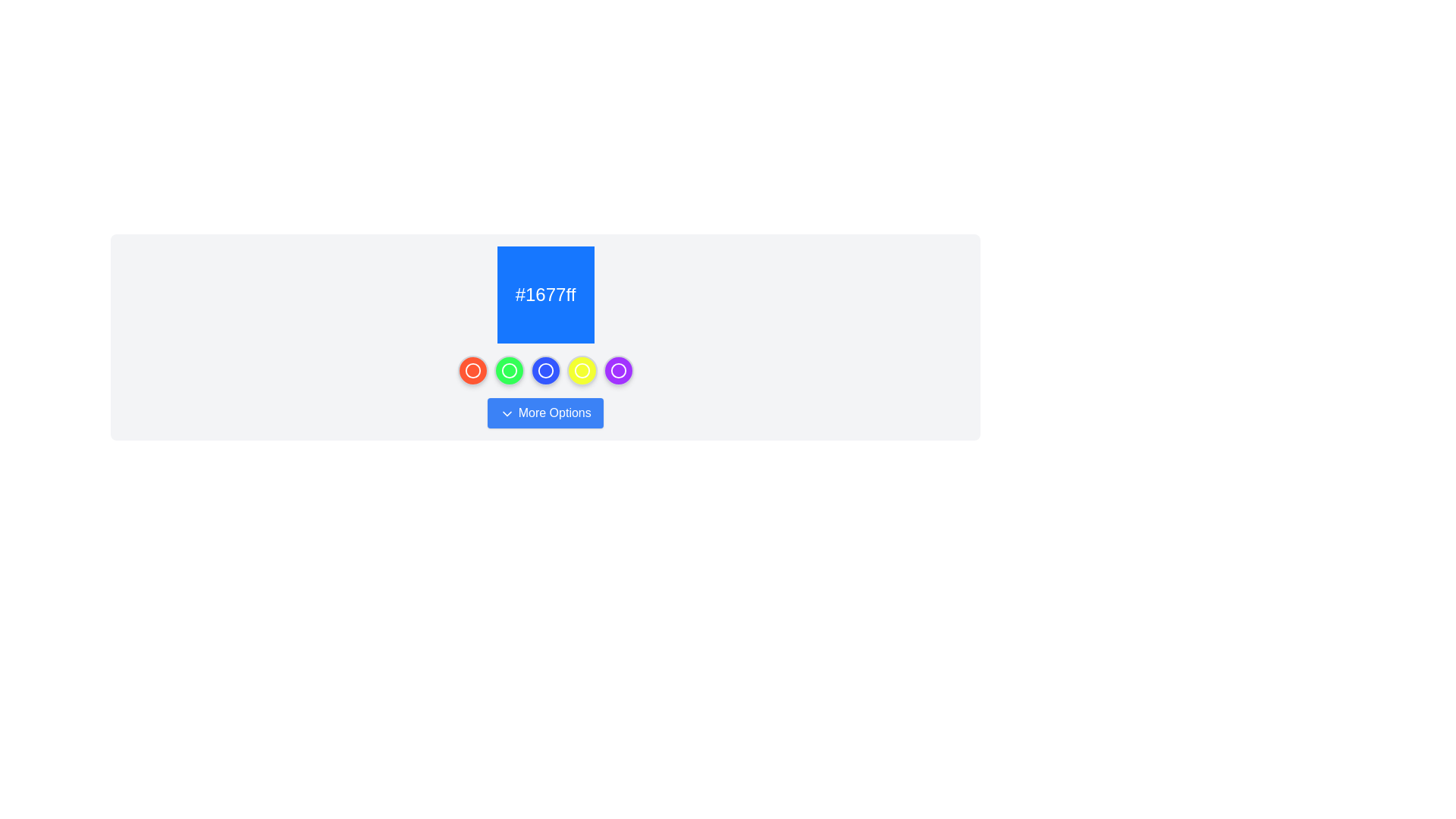 This screenshot has width=1456, height=819. I want to click on the third circular icon in the row of colorful circular buttons, located below a blue square labeled '#1677ff', so click(545, 371).